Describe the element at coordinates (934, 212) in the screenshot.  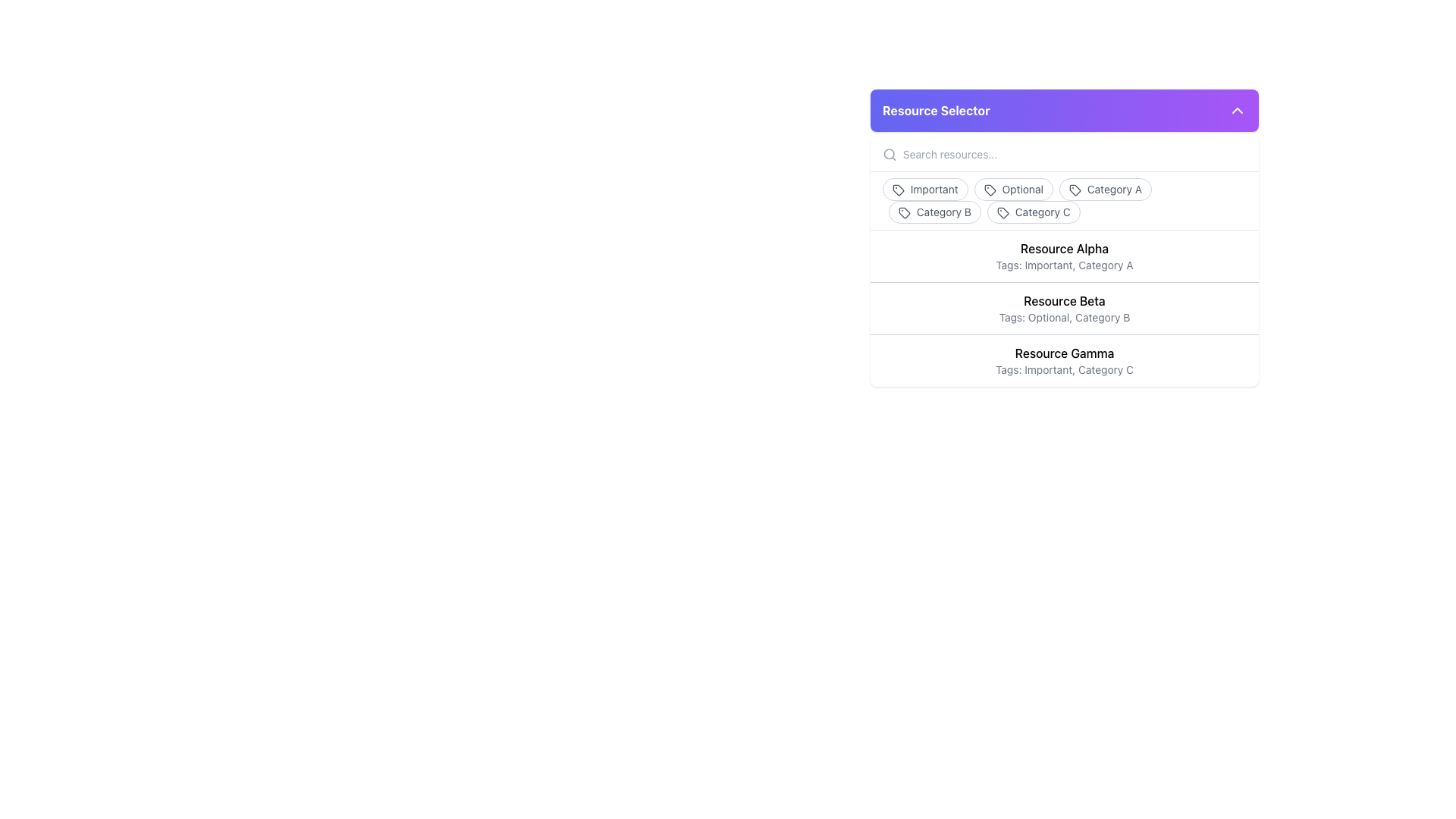
I see `the 'Category B' button, which is styled as a chip with rounded corners and displays the text 'Category B' along with a tag icon, to trigger visual feedback` at that location.